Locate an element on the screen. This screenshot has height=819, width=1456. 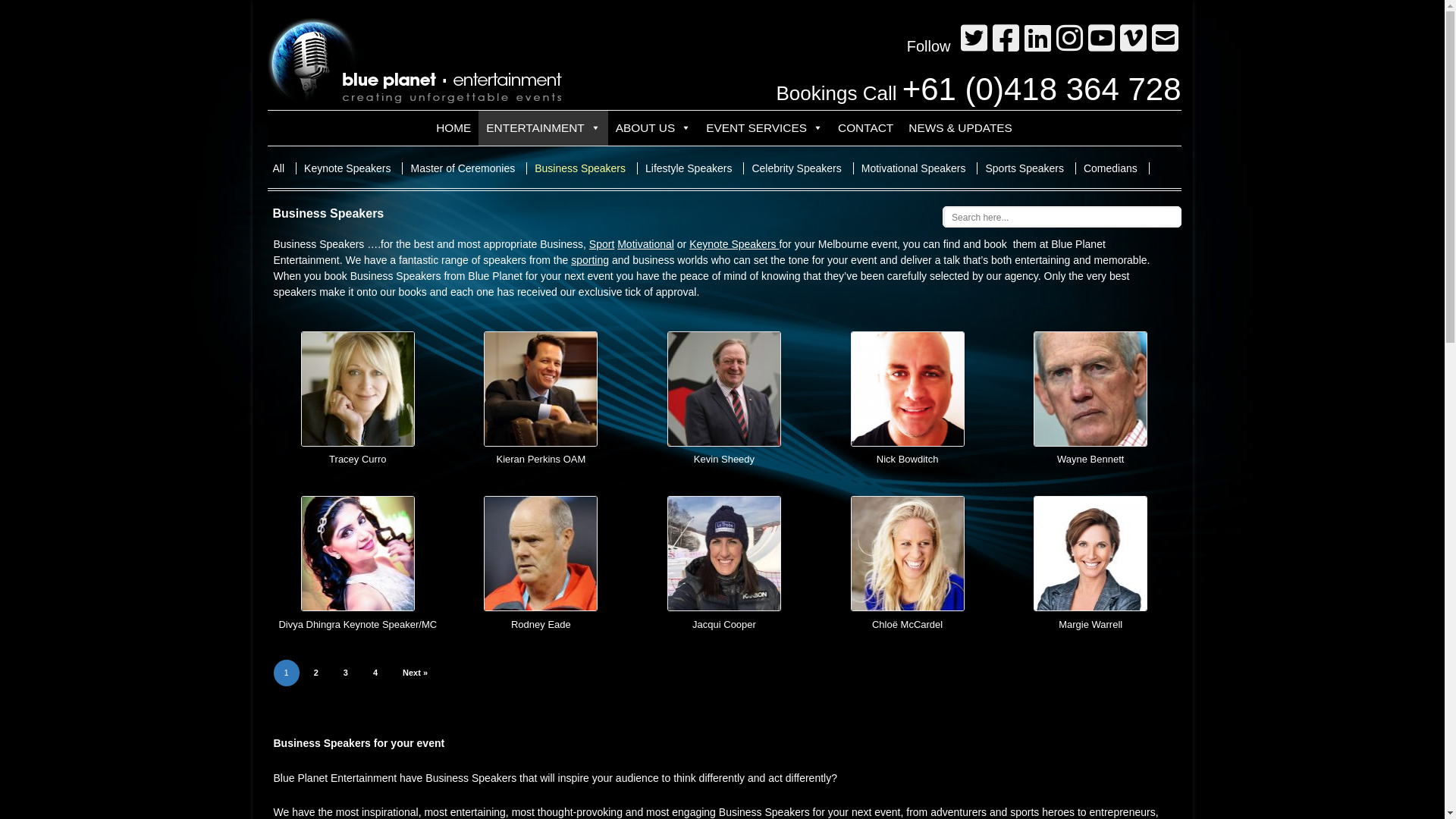
'Tracey Curro' is located at coordinates (356, 397).